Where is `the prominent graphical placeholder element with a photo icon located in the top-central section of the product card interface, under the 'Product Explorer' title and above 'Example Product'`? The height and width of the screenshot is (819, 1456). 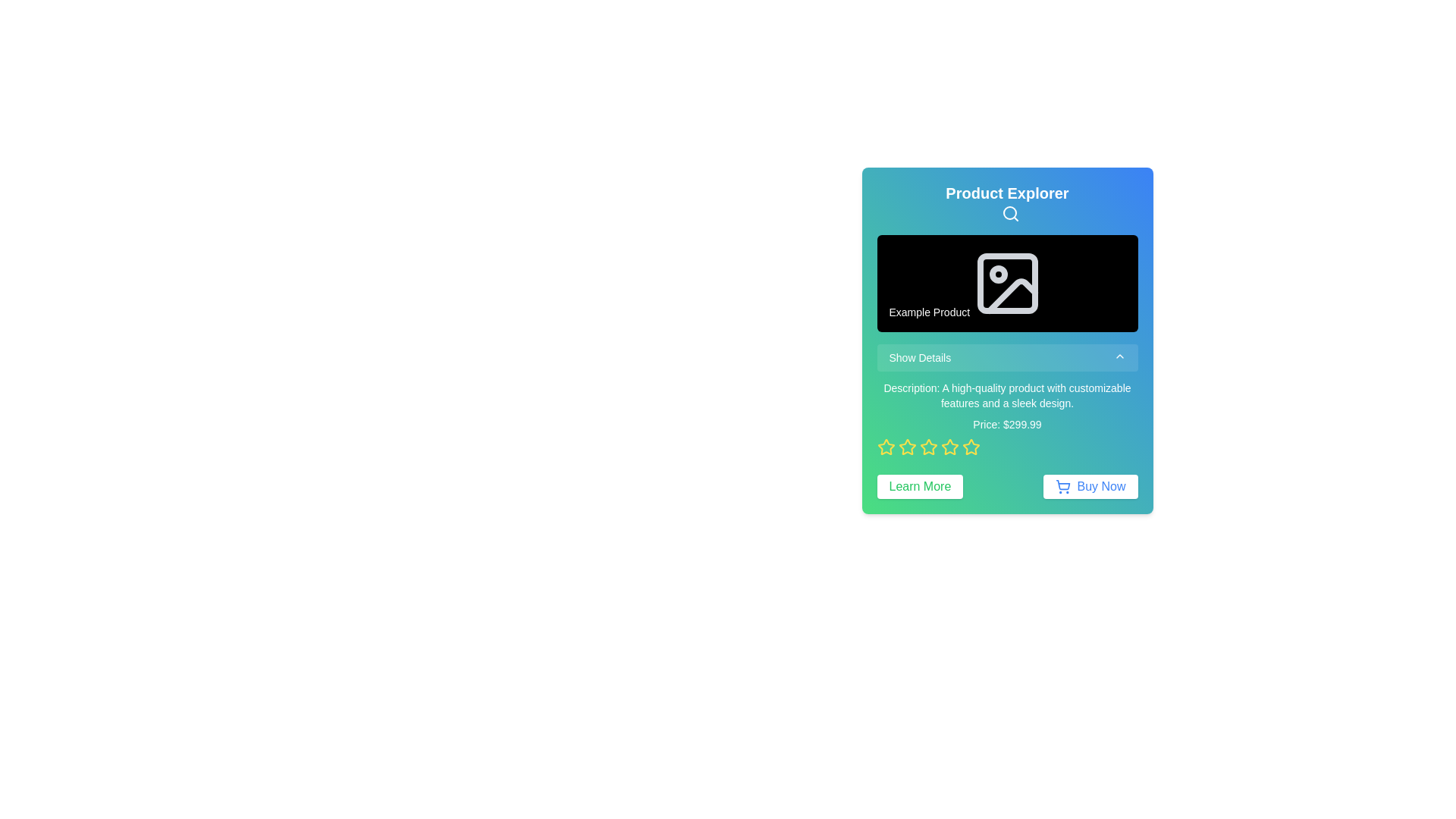
the prominent graphical placeholder element with a photo icon located in the top-central section of the product card interface, under the 'Product Explorer' title and above 'Example Product' is located at coordinates (1007, 283).